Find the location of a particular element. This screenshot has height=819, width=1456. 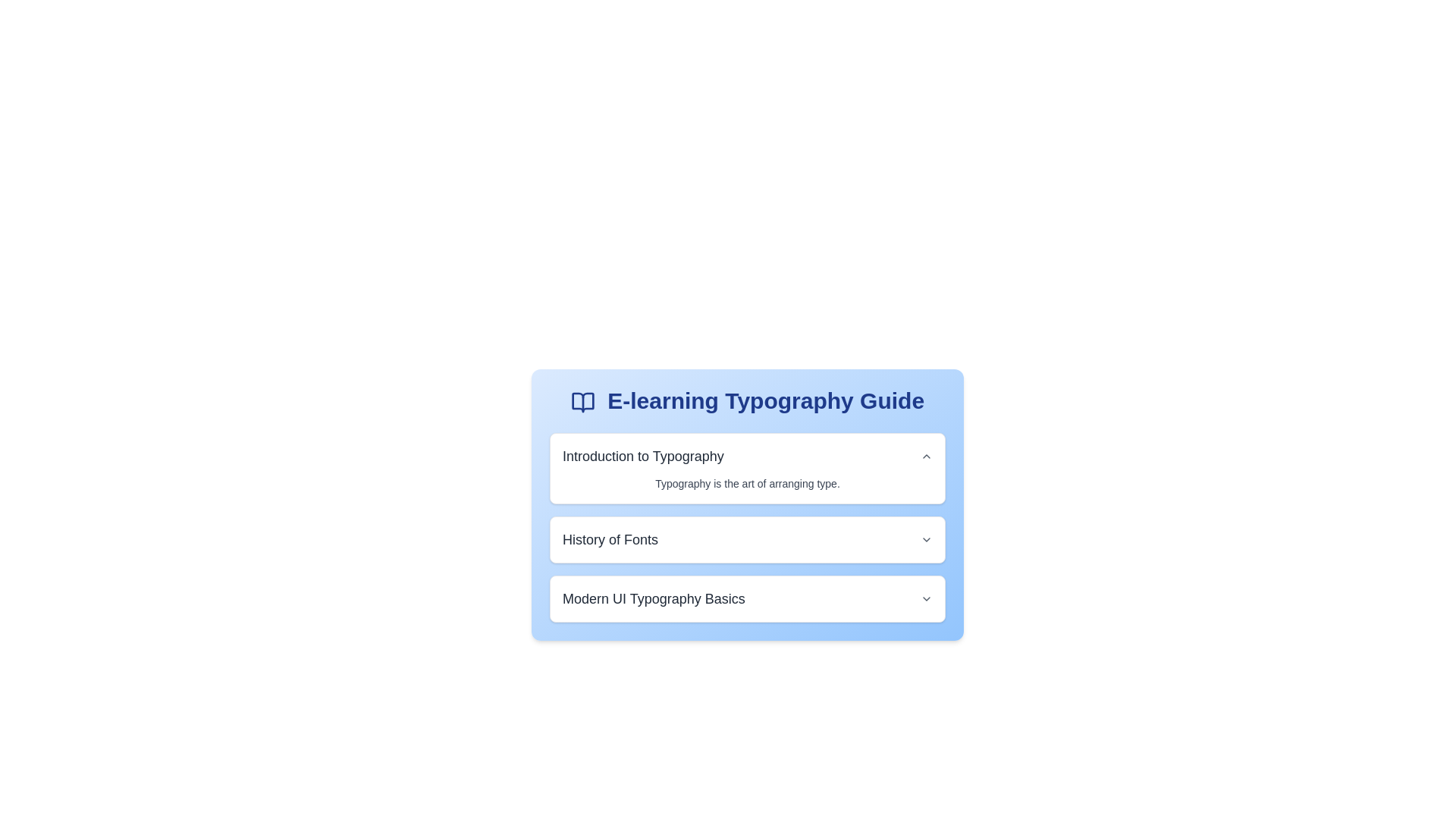

descriptive text displayed below the title 'Introduction to Typography' in the first dropdown section of the 'E-learning Typography Guide' is located at coordinates (747, 483).